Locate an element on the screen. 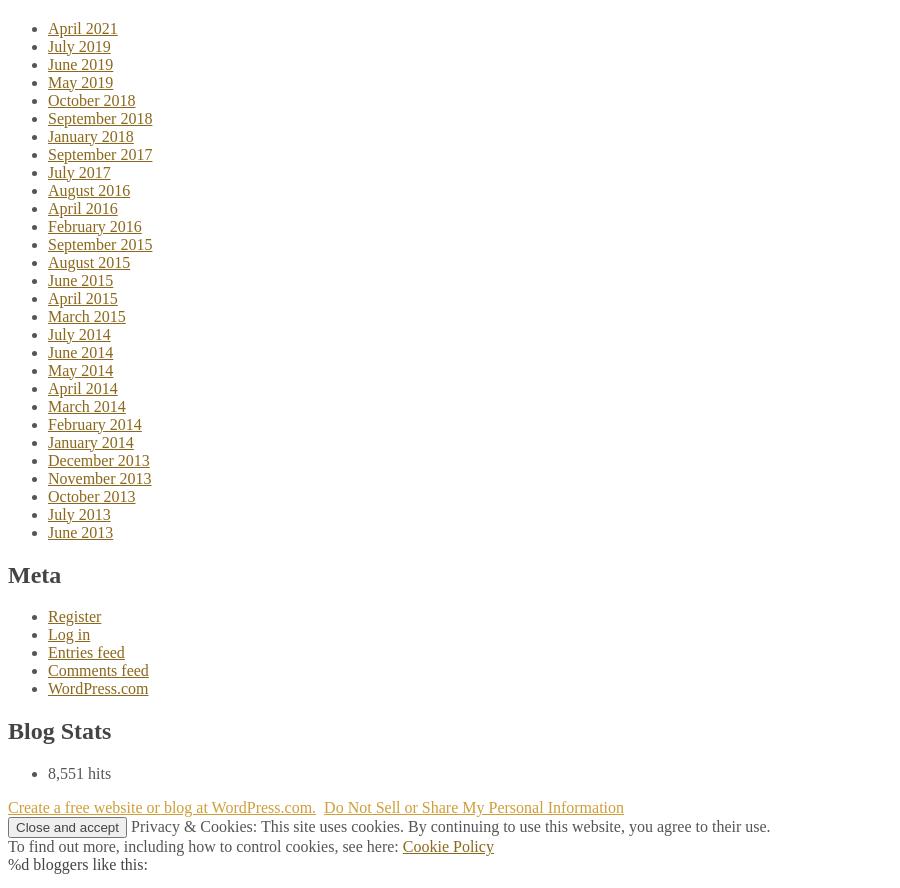 The width and height of the screenshot is (900, 888). '%d' is located at coordinates (17, 863).